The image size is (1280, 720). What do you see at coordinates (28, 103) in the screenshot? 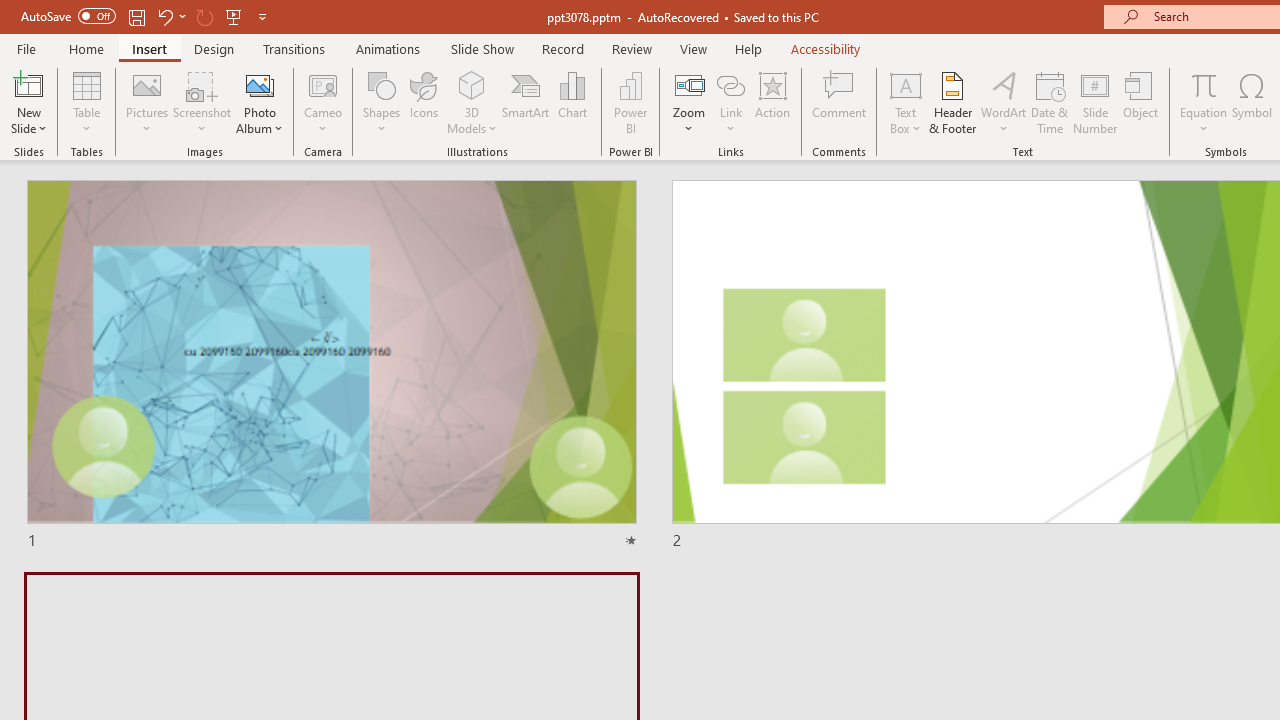
I see `'New Slide'` at bounding box center [28, 103].